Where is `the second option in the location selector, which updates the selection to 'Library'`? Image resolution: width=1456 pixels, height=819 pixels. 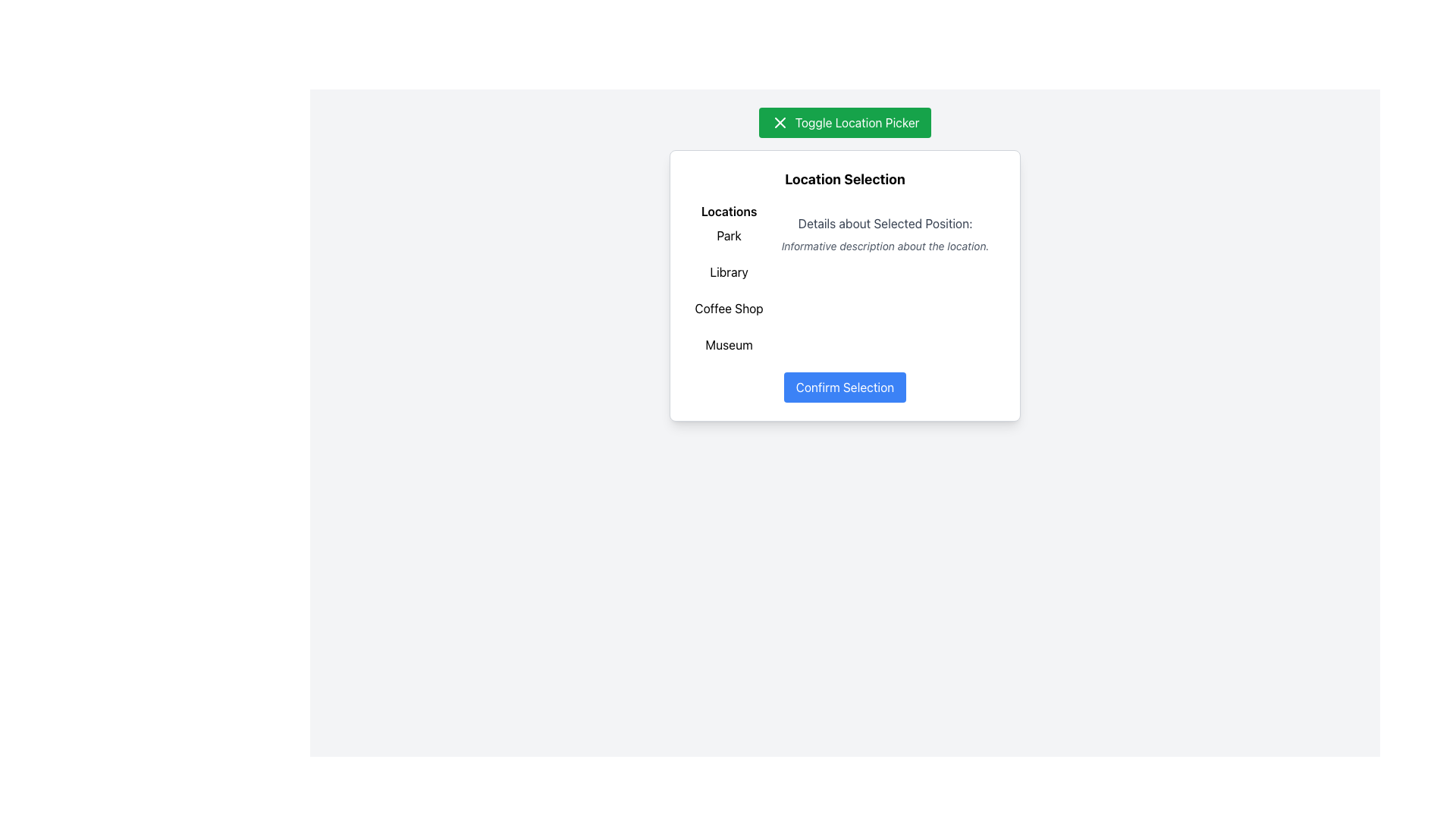 the second option in the location selector, which updates the selection to 'Library' is located at coordinates (729, 271).